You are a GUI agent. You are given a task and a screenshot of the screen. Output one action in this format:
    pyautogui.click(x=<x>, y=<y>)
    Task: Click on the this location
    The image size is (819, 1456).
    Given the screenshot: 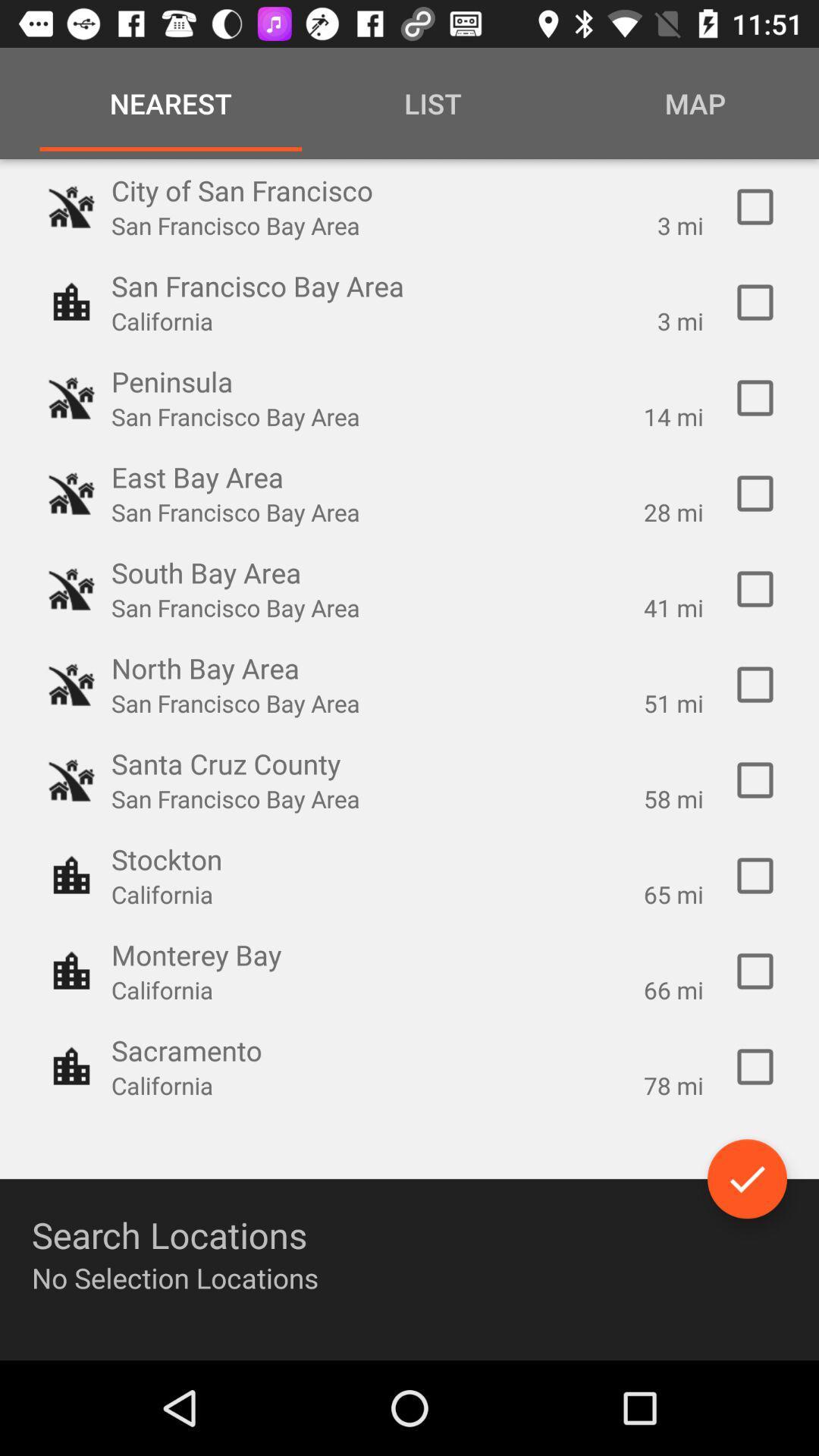 What is the action you would take?
    pyautogui.click(x=755, y=971)
    